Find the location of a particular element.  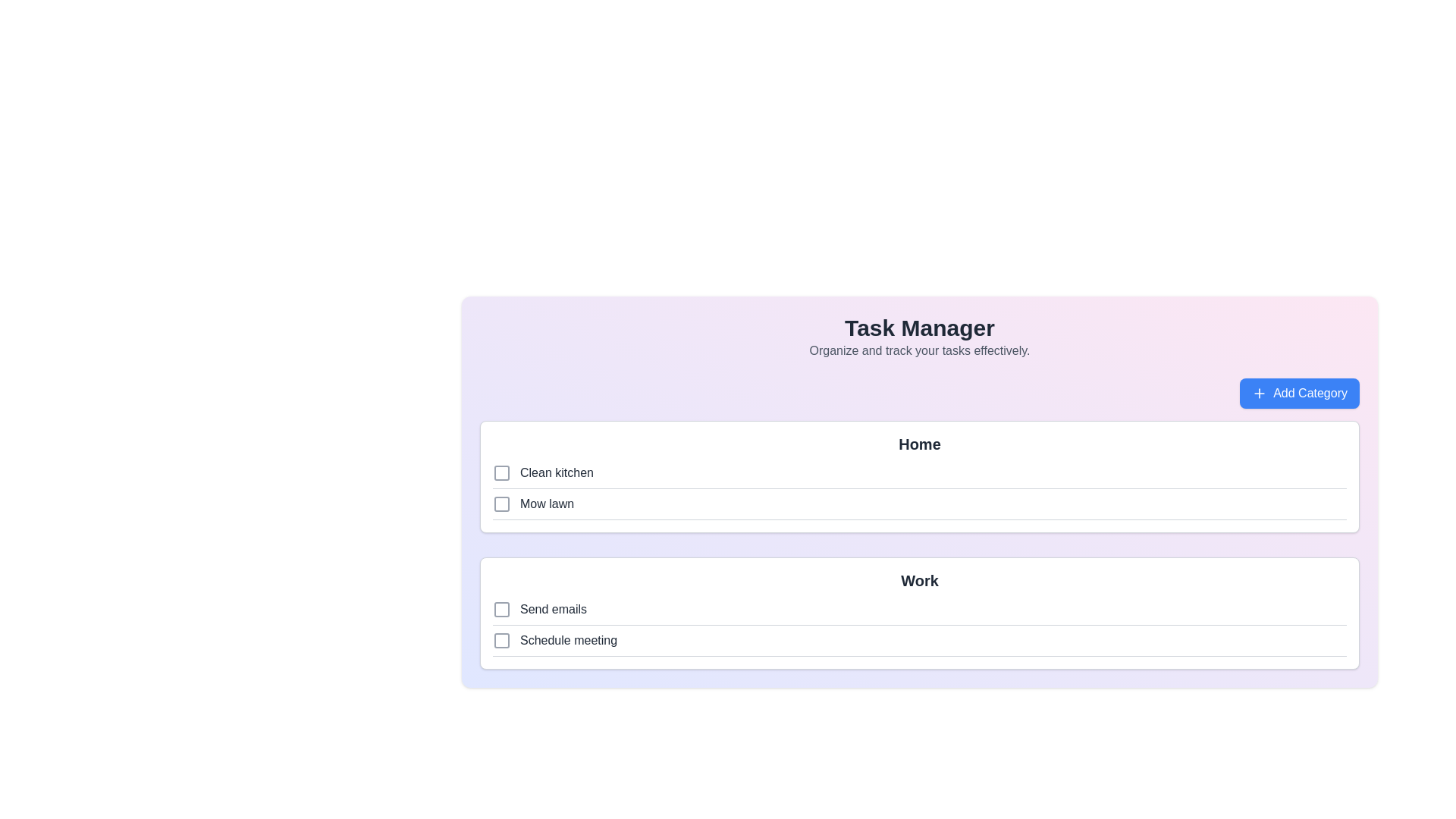

the task entry labeled 'Mow lawn' in the 'Home' section is located at coordinates (919, 507).